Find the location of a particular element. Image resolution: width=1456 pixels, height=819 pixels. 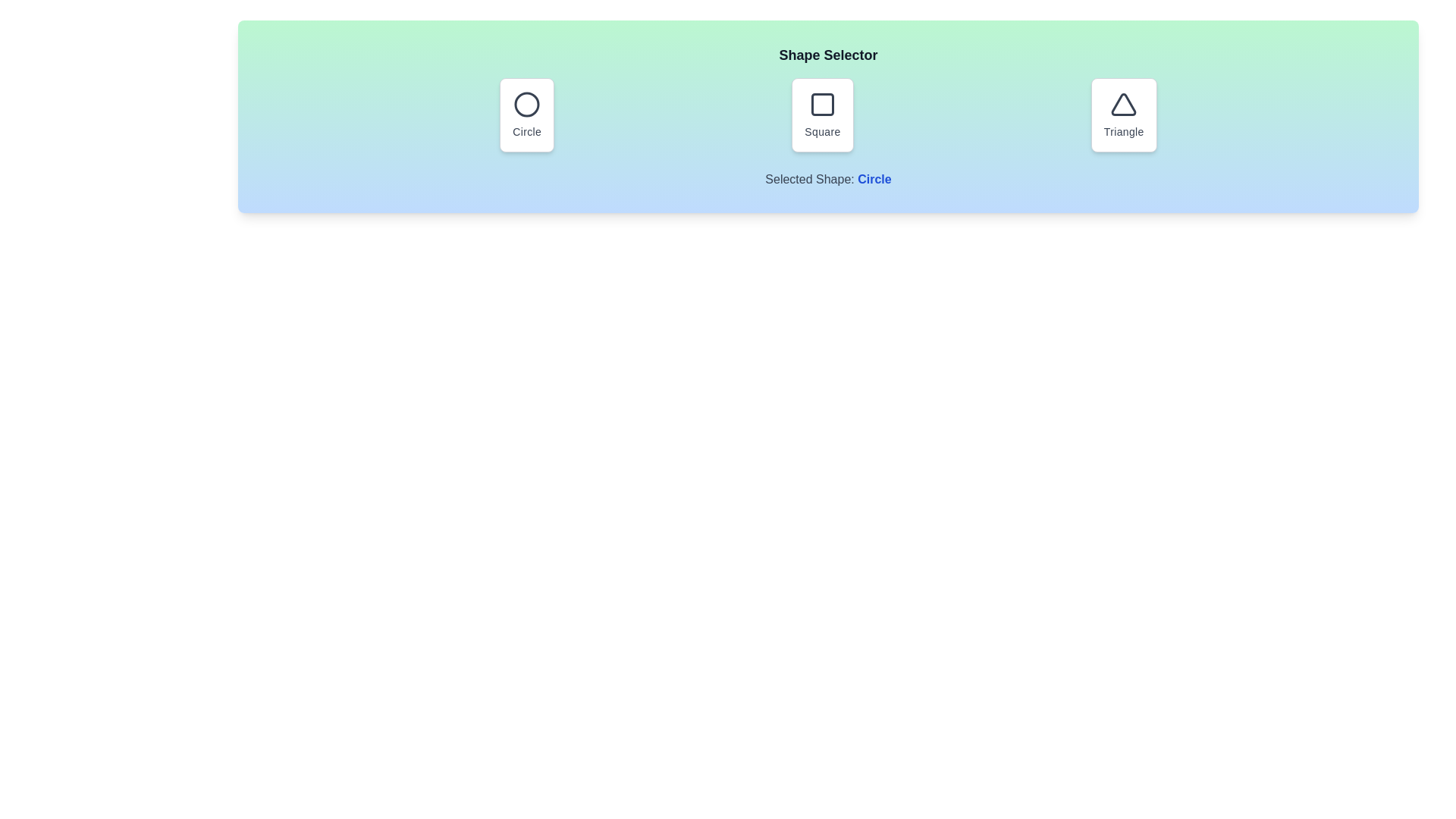

the shape circle by clicking its corresponding button is located at coordinates (527, 114).